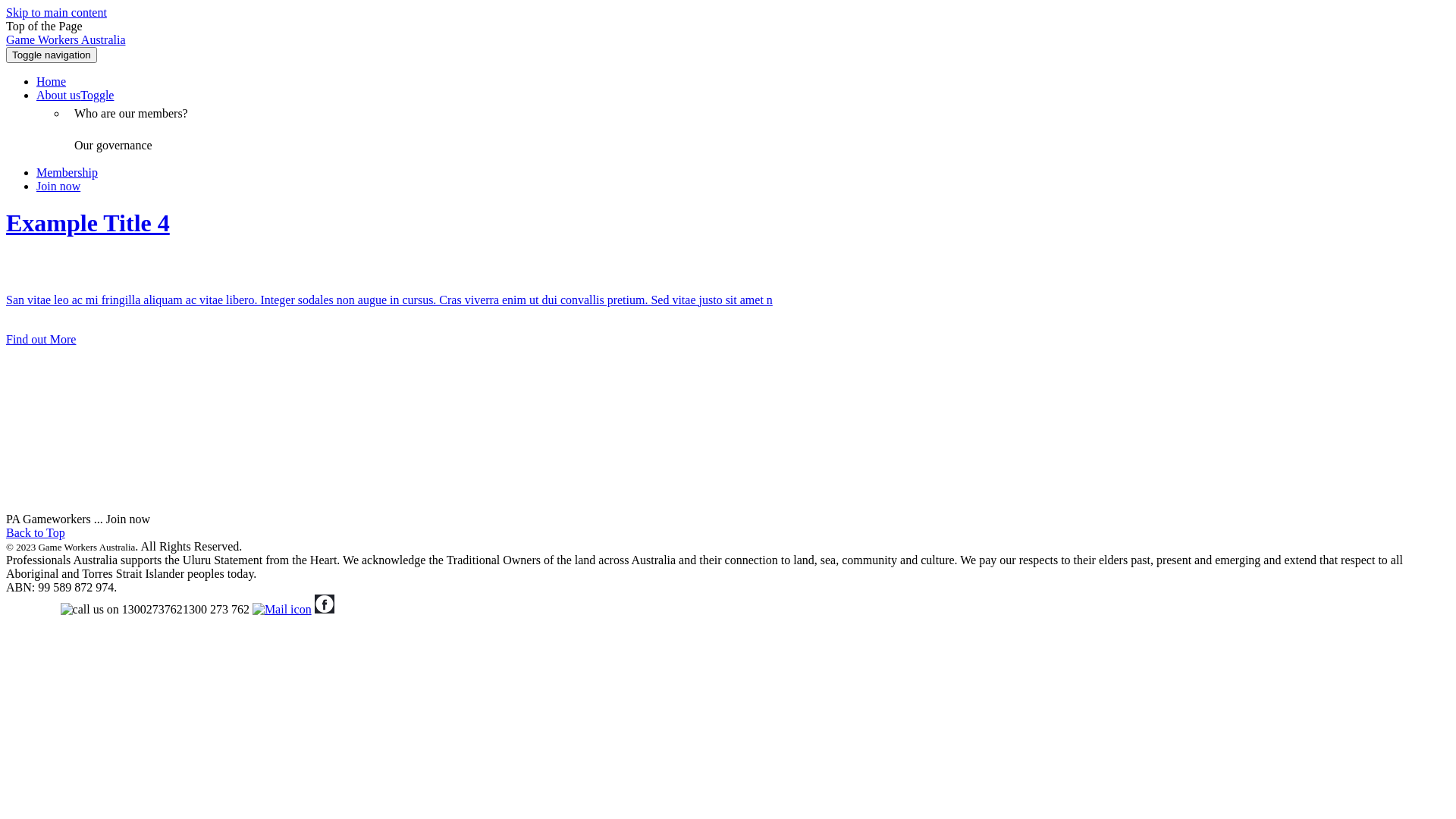  What do you see at coordinates (56, 12) in the screenshot?
I see `'Skip to main content'` at bounding box center [56, 12].